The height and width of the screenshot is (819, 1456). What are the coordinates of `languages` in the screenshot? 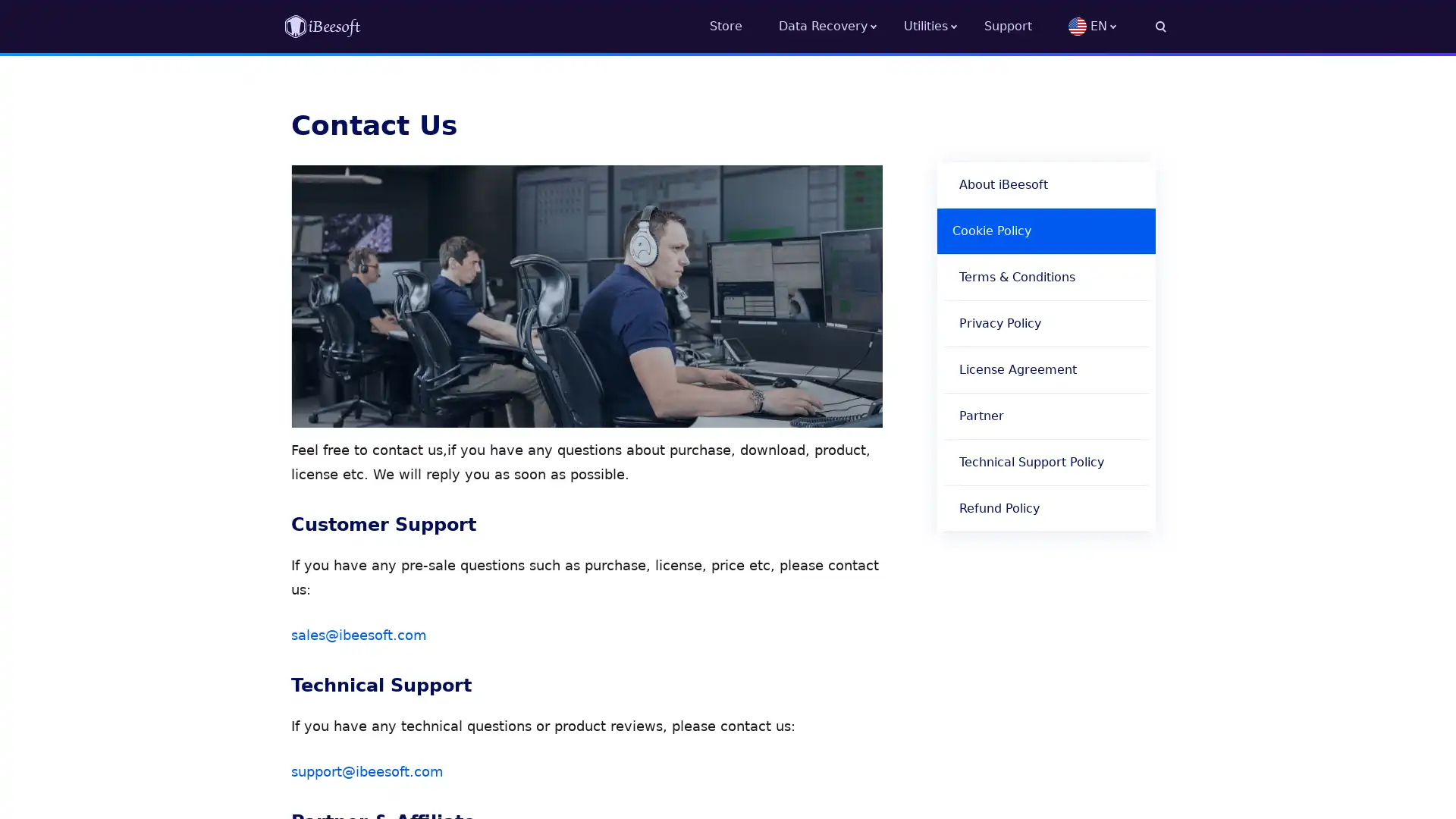 It's located at (1117, 26).